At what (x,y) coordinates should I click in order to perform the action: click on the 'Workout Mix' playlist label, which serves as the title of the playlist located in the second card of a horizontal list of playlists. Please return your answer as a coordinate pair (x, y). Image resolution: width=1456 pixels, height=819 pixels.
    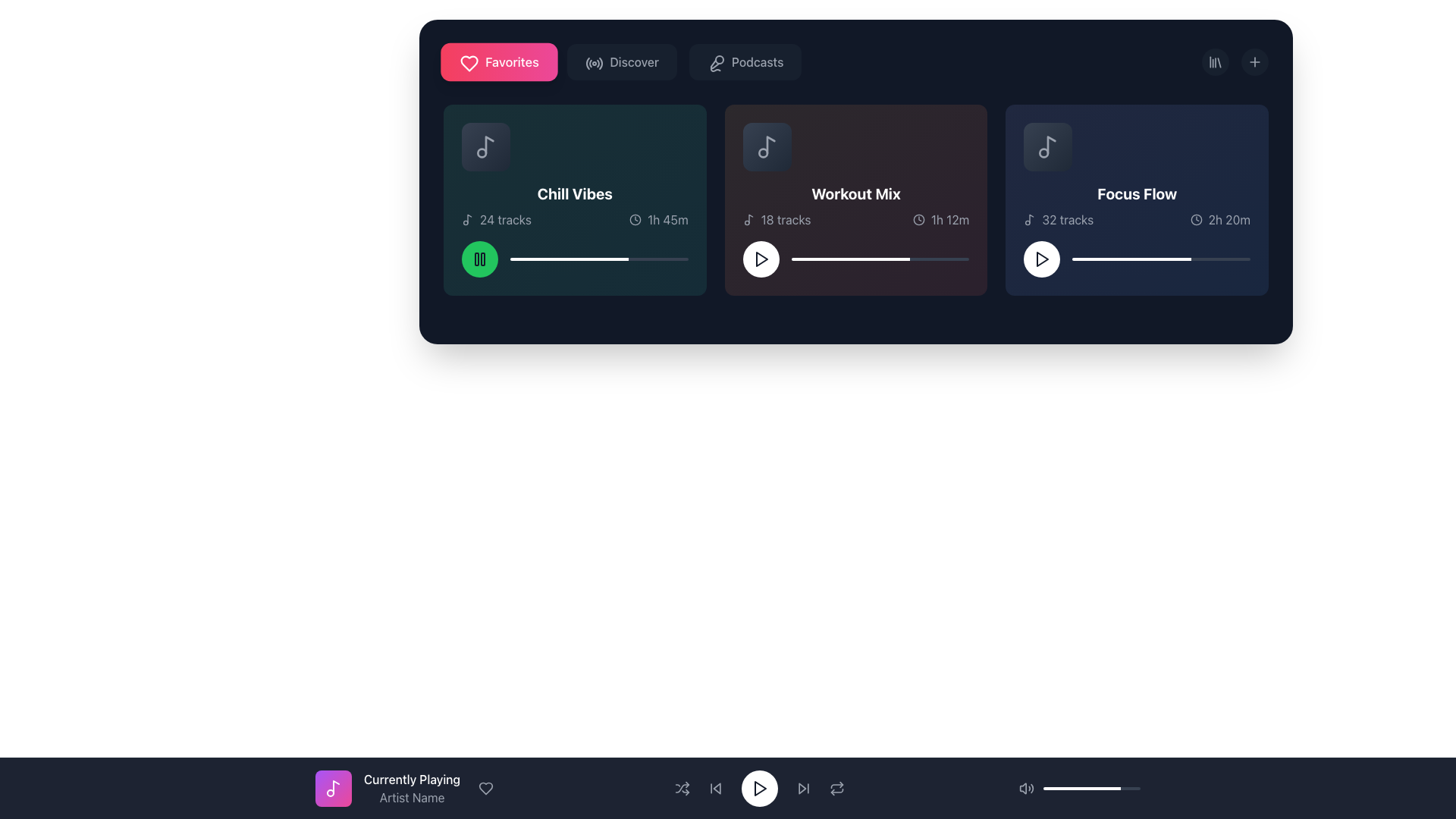
    Looking at the image, I should click on (855, 193).